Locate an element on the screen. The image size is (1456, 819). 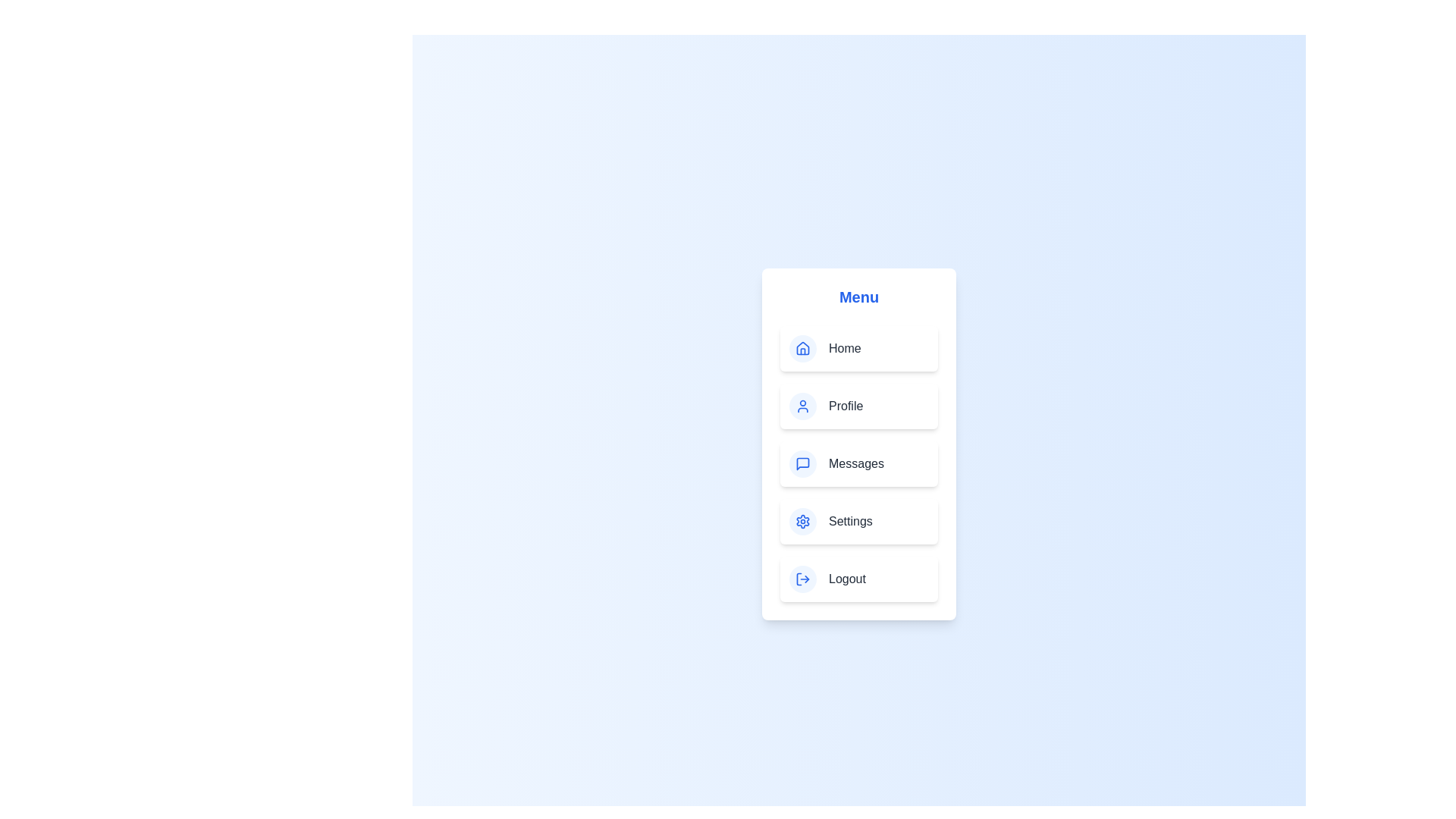
the menu item labeled Profile is located at coordinates (858, 406).